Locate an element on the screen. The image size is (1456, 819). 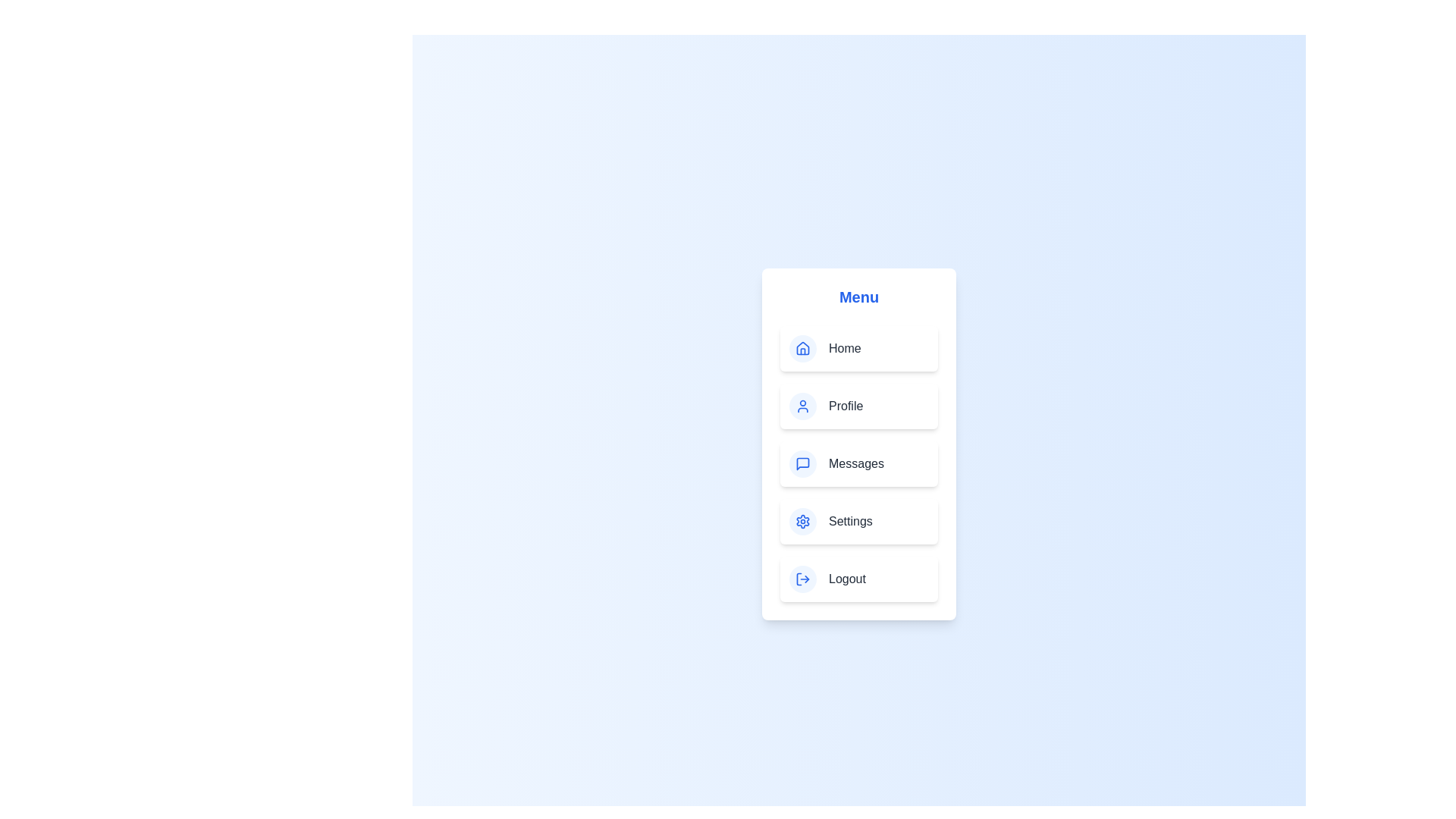
the menu item labeled Profile is located at coordinates (858, 406).